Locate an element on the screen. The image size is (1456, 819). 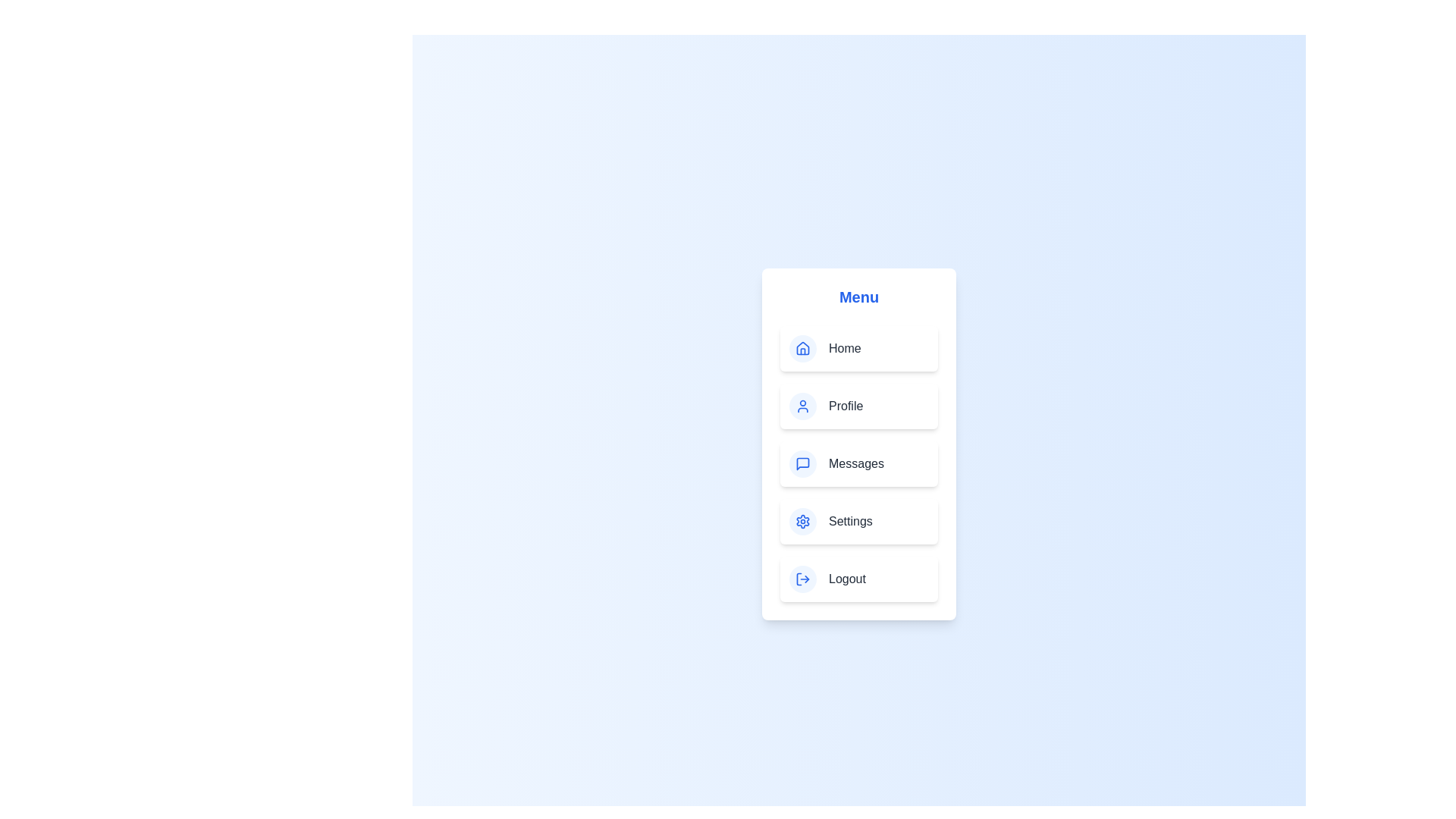
the menu item labeled Profile is located at coordinates (858, 406).